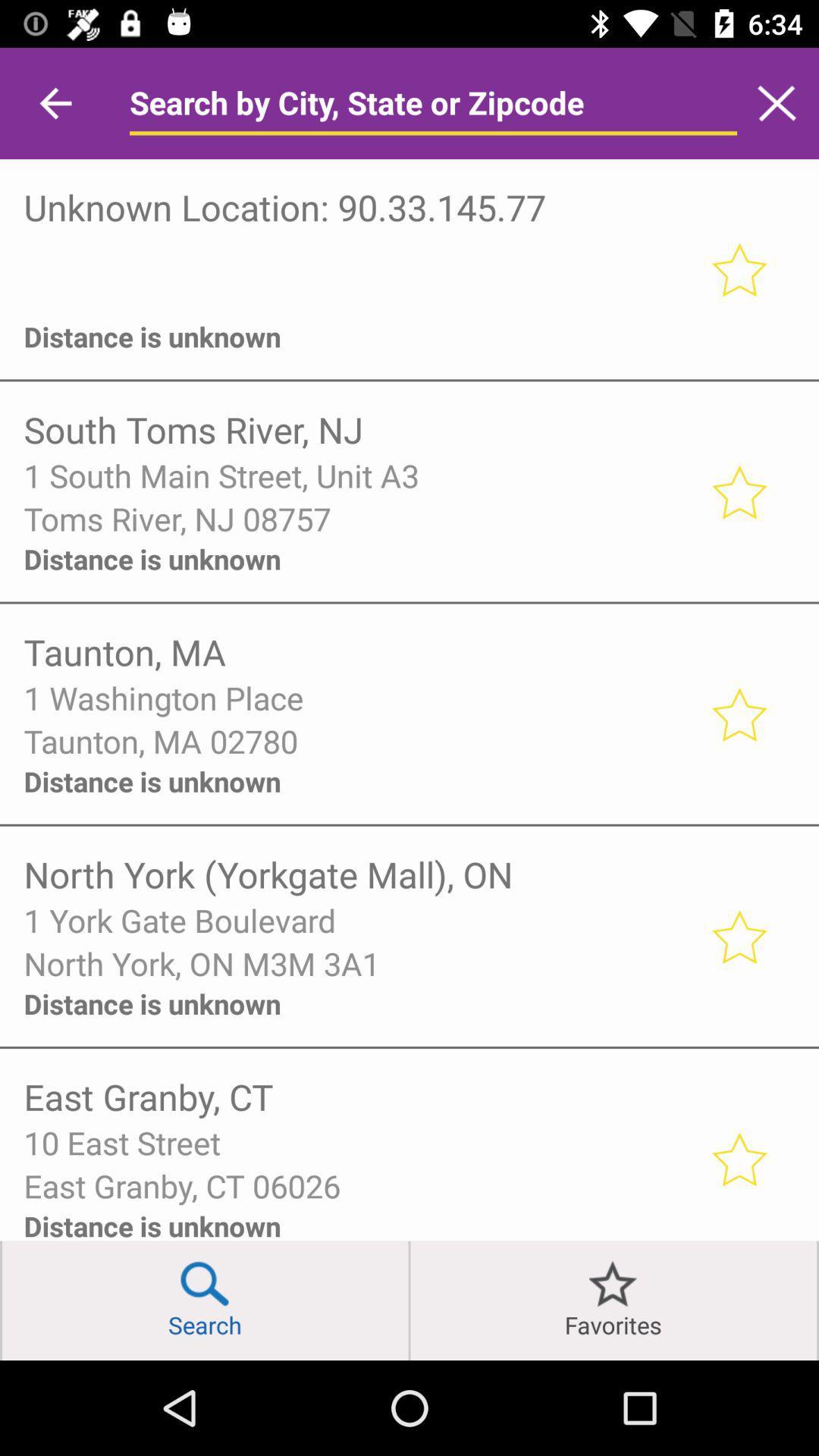 The height and width of the screenshot is (1456, 819). I want to click on favorites, so click(613, 1300).